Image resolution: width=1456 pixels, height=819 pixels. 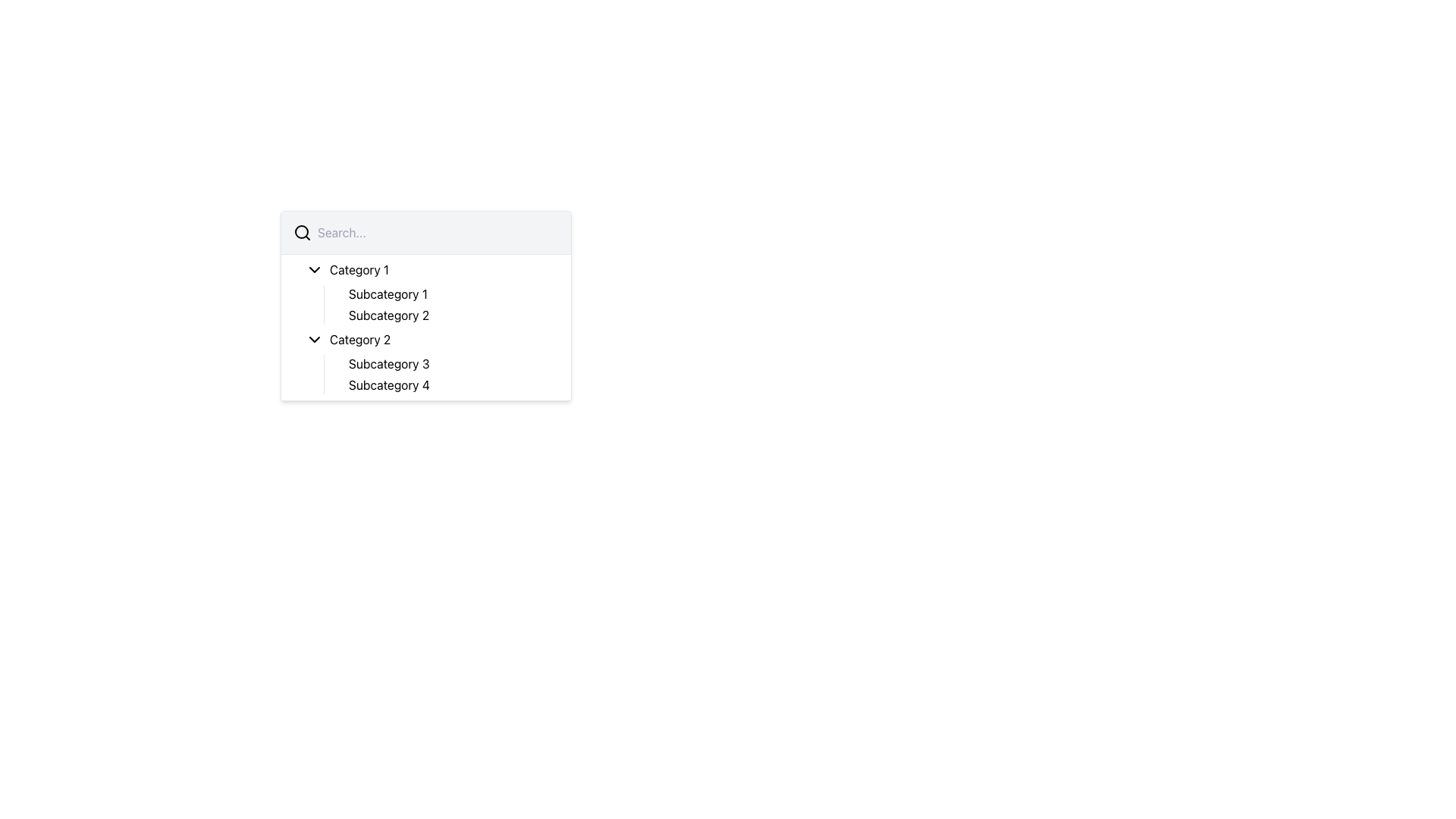 I want to click on the collapsible menu item labeled 'Category 2' for navigation purposes, so click(x=431, y=338).